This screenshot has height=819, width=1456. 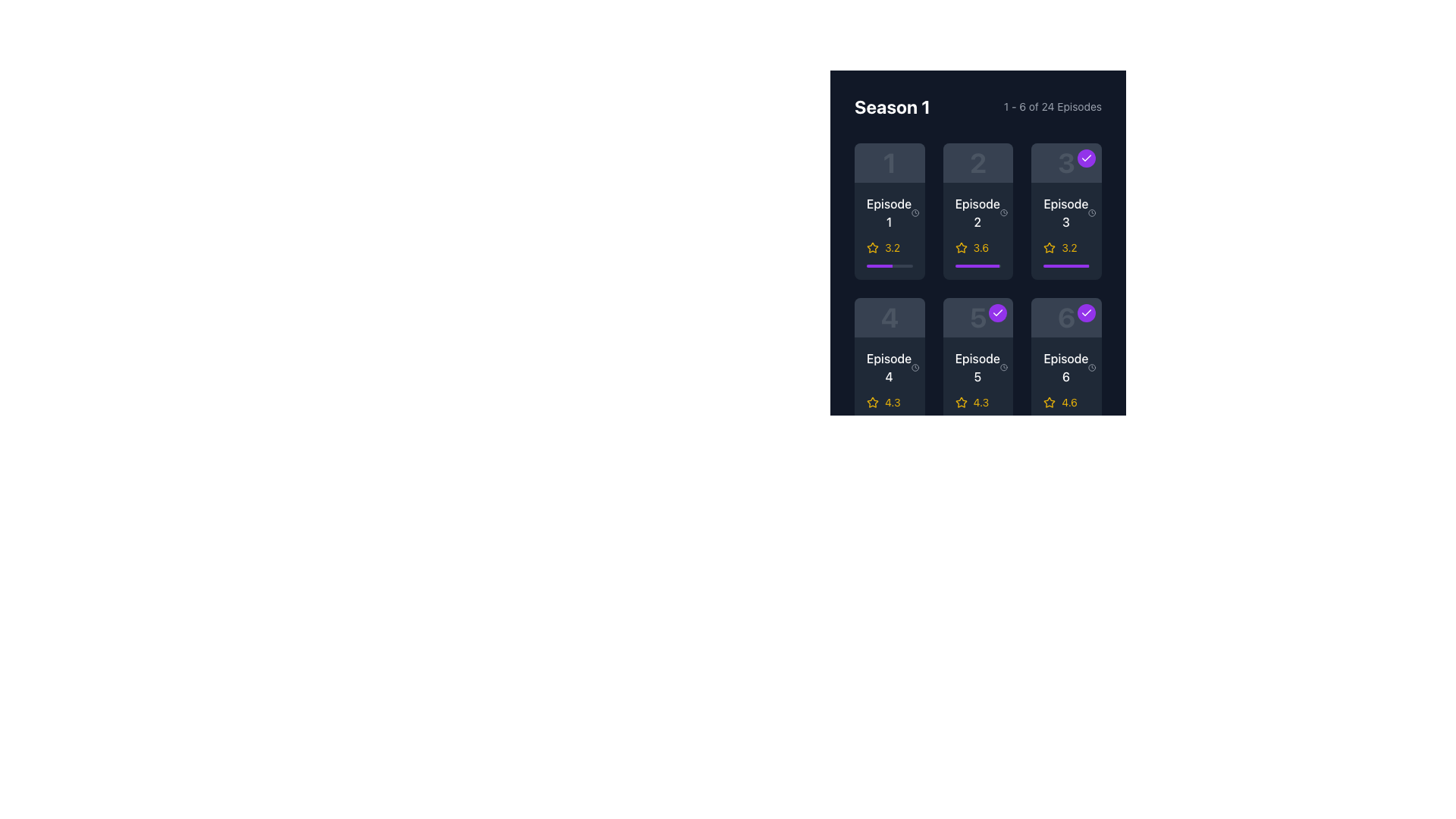 I want to click on the Progress bar located at the bottom of the card for 'Episode 4', which visually represents progress and is aligned with the yellow star rating, so click(x=890, y=421).